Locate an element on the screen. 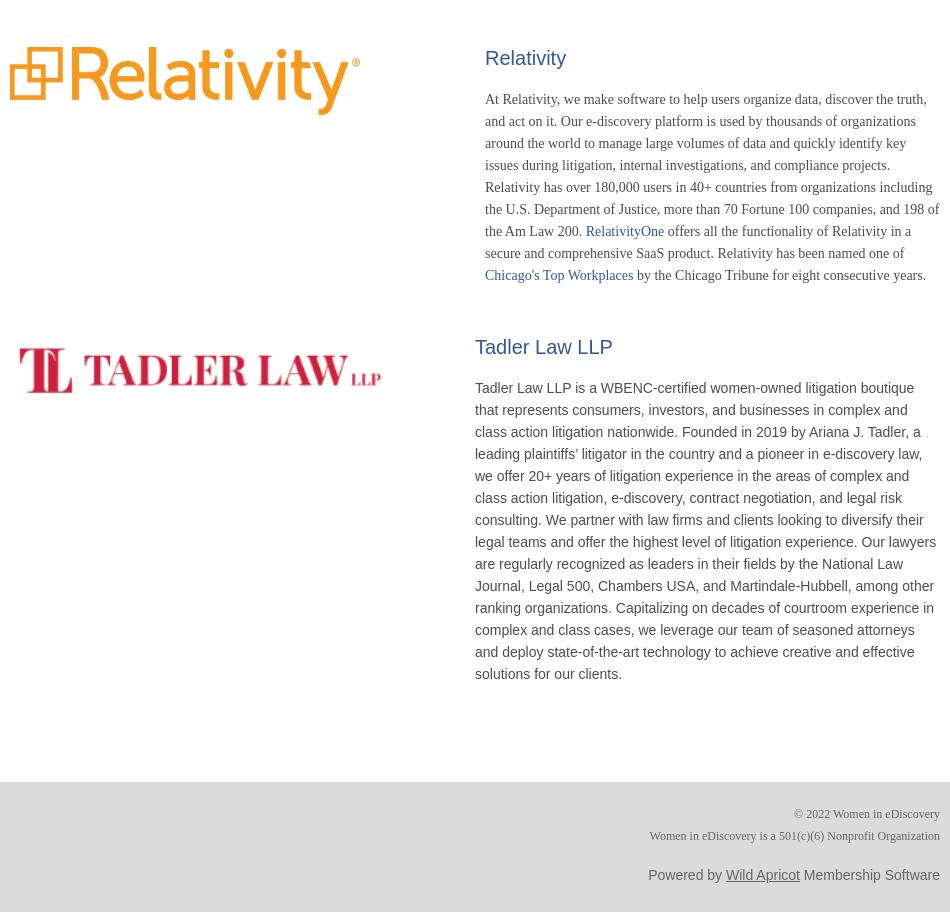 The width and height of the screenshot is (950, 912). 'At Relativity, we make software to help users organize data, discover the truth, and act on it. Our e-discovery platform is used by thousands of organizations around the world to manage large volumes of data and quickly identify key issues during litigation, internal investigations, and compliance projects. Relativity has over 180,000 users in 40+ countries from organizations including the U.S. Department of Justice, more than 70 Fortune 100 companies, and 198 of the Am Law 200.' is located at coordinates (712, 164).